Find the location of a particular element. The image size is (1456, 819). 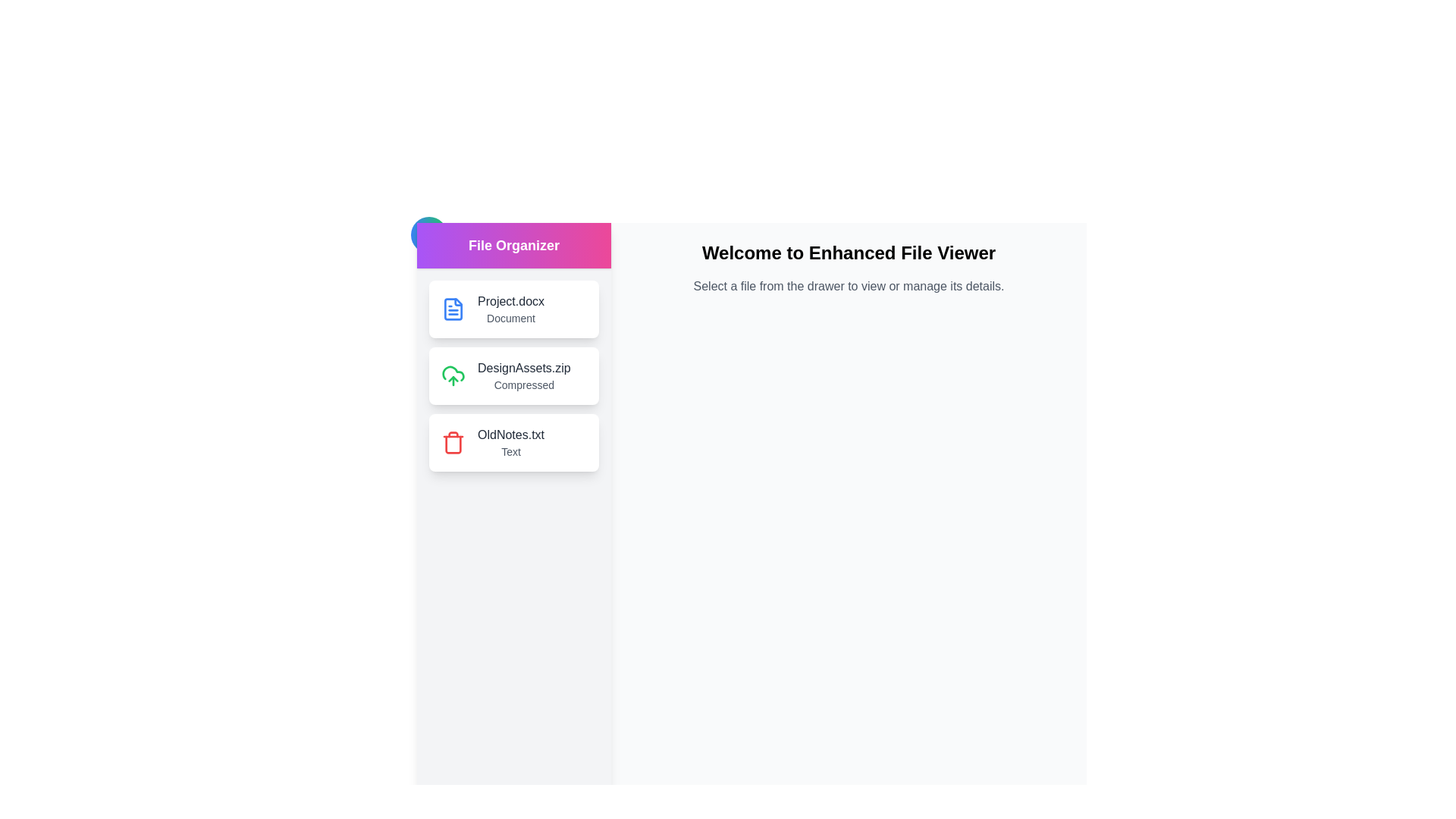

the file Project.docx from the list is located at coordinates (513, 309).